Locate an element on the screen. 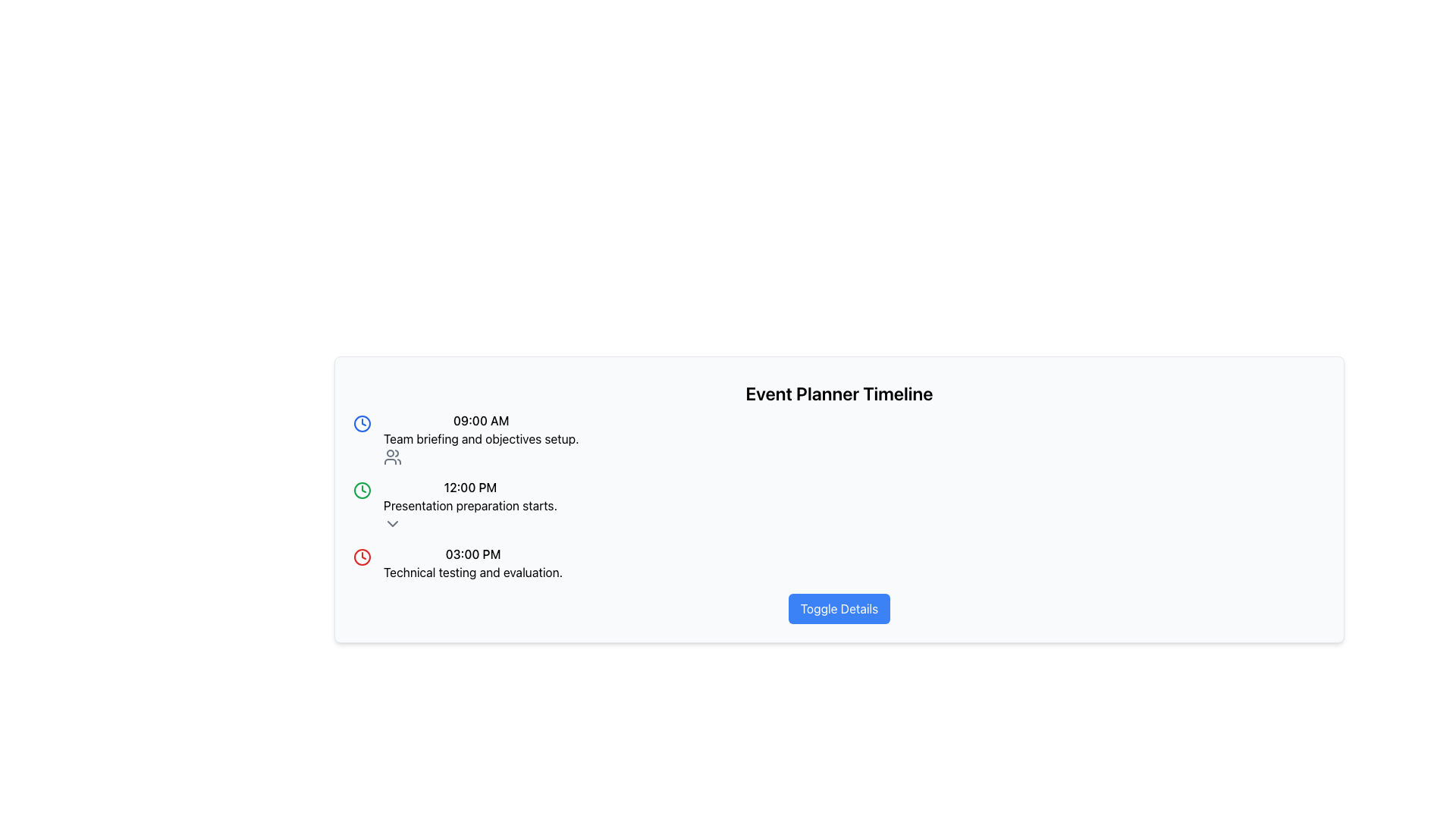 The image size is (1456, 819). event details of the text block displaying '12:00 PM Presentation preparation starts.' which is the second event in the vertical timeline, located beside a green clock icon is located at coordinates (469, 506).